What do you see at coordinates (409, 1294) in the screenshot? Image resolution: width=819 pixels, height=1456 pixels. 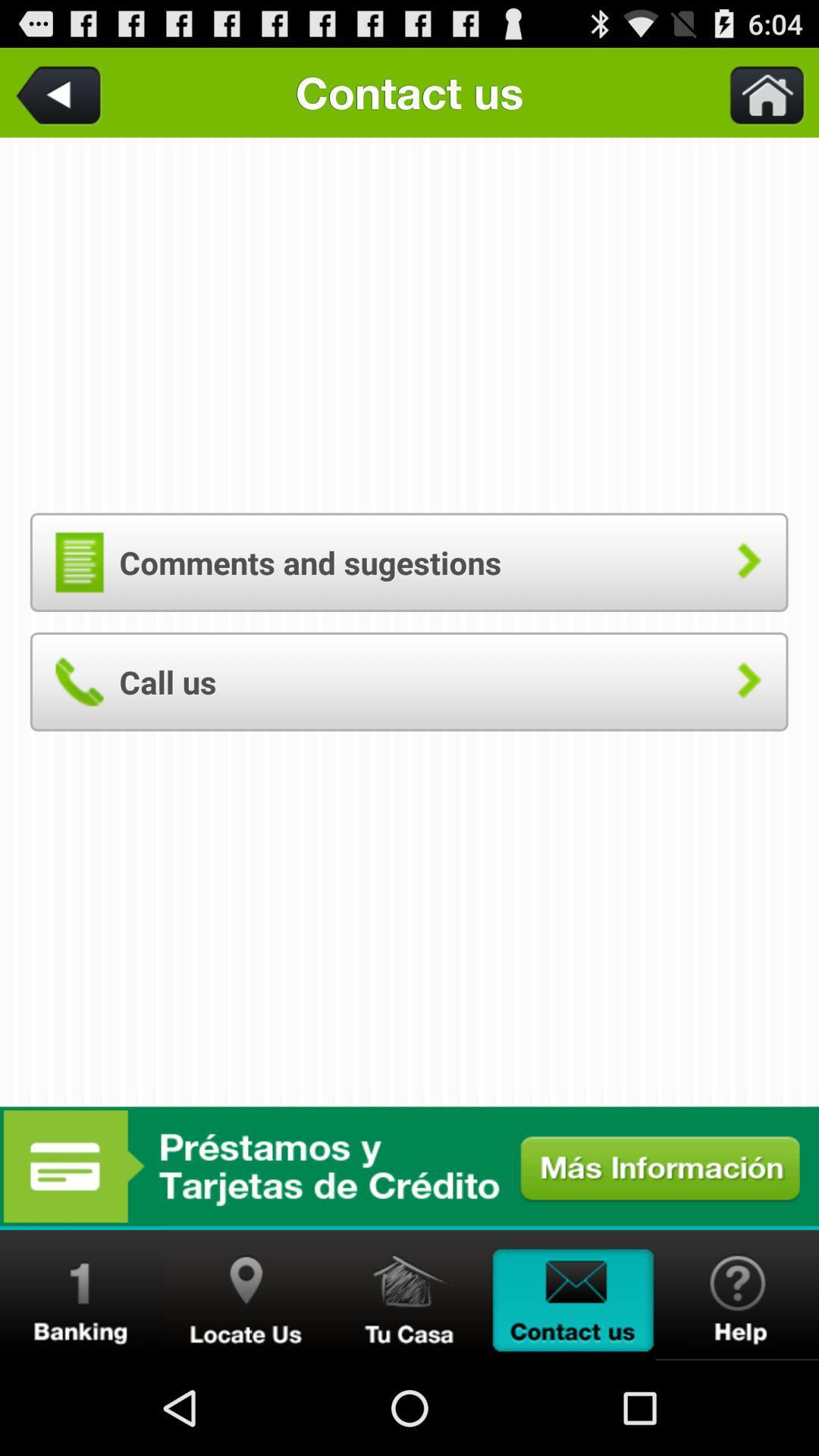 I see `the place to see the location of your house relative to something else` at bounding box center [409, 1294].